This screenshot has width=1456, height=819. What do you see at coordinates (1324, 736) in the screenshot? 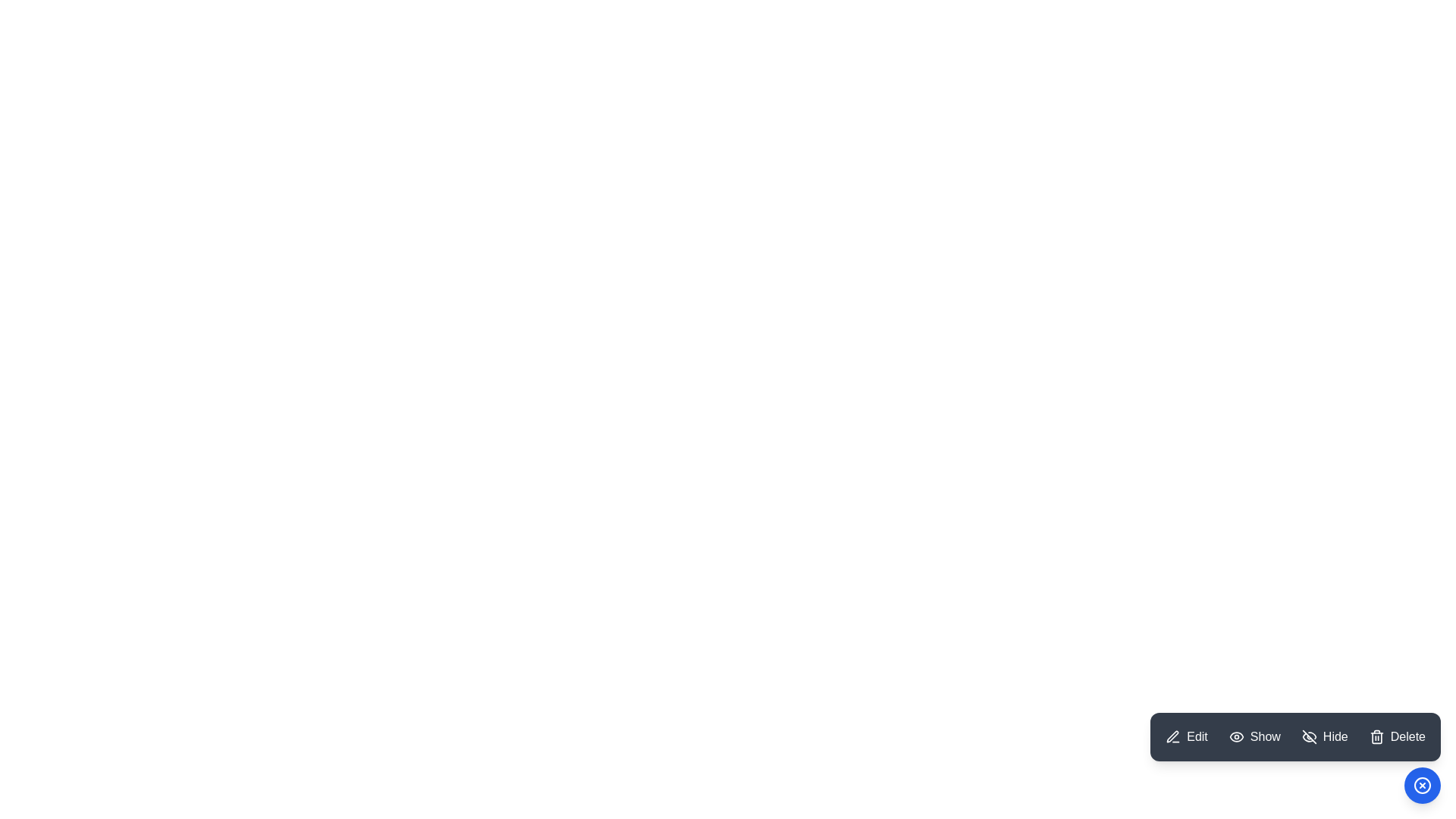
I see `the Hide button in the ModernSpeedDial menu` at bounding box center [1324, 736].